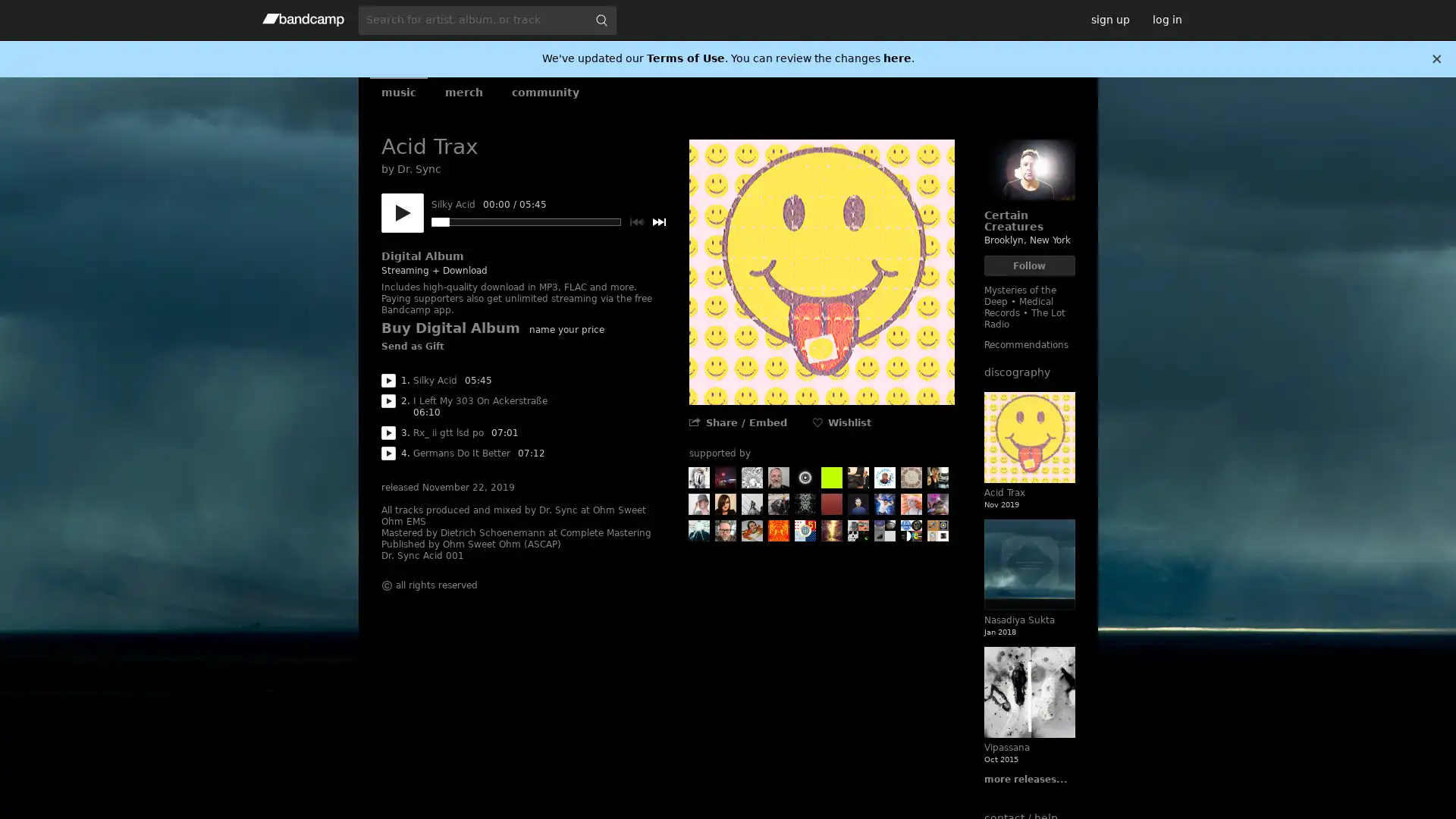  Describe the element at coordinates (388, 452) in the screenshot. I see `Play Germans Do It Better` at that location.